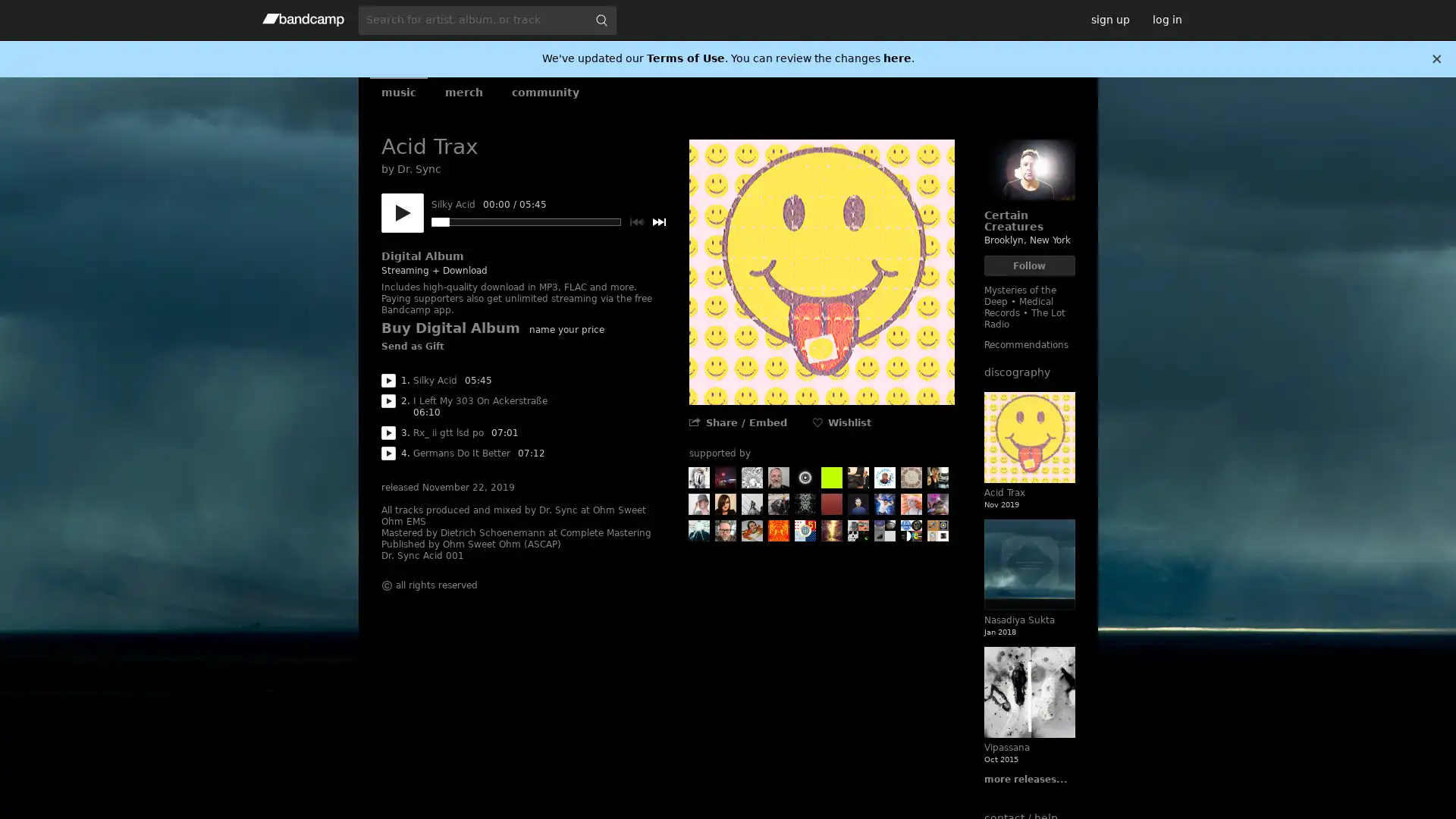  Describe the element at coordinates (388, 452) in the screenshot. I see `Play Germans Do It Better` at that location.